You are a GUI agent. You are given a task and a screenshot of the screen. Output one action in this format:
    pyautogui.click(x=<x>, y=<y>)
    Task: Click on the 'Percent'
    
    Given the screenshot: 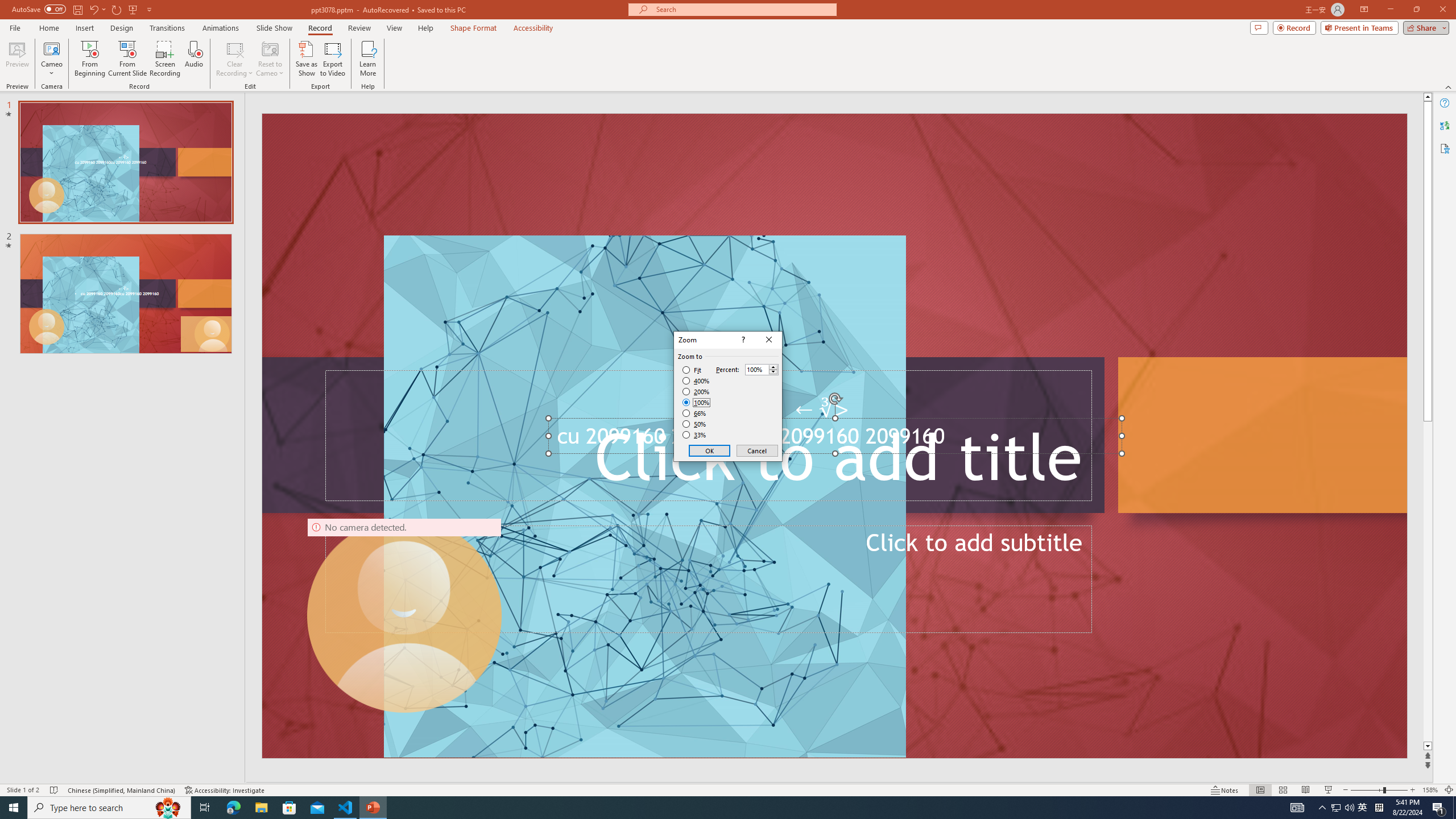 What is the action you would take?
    pyautogui.click(x=756, y=370)
    